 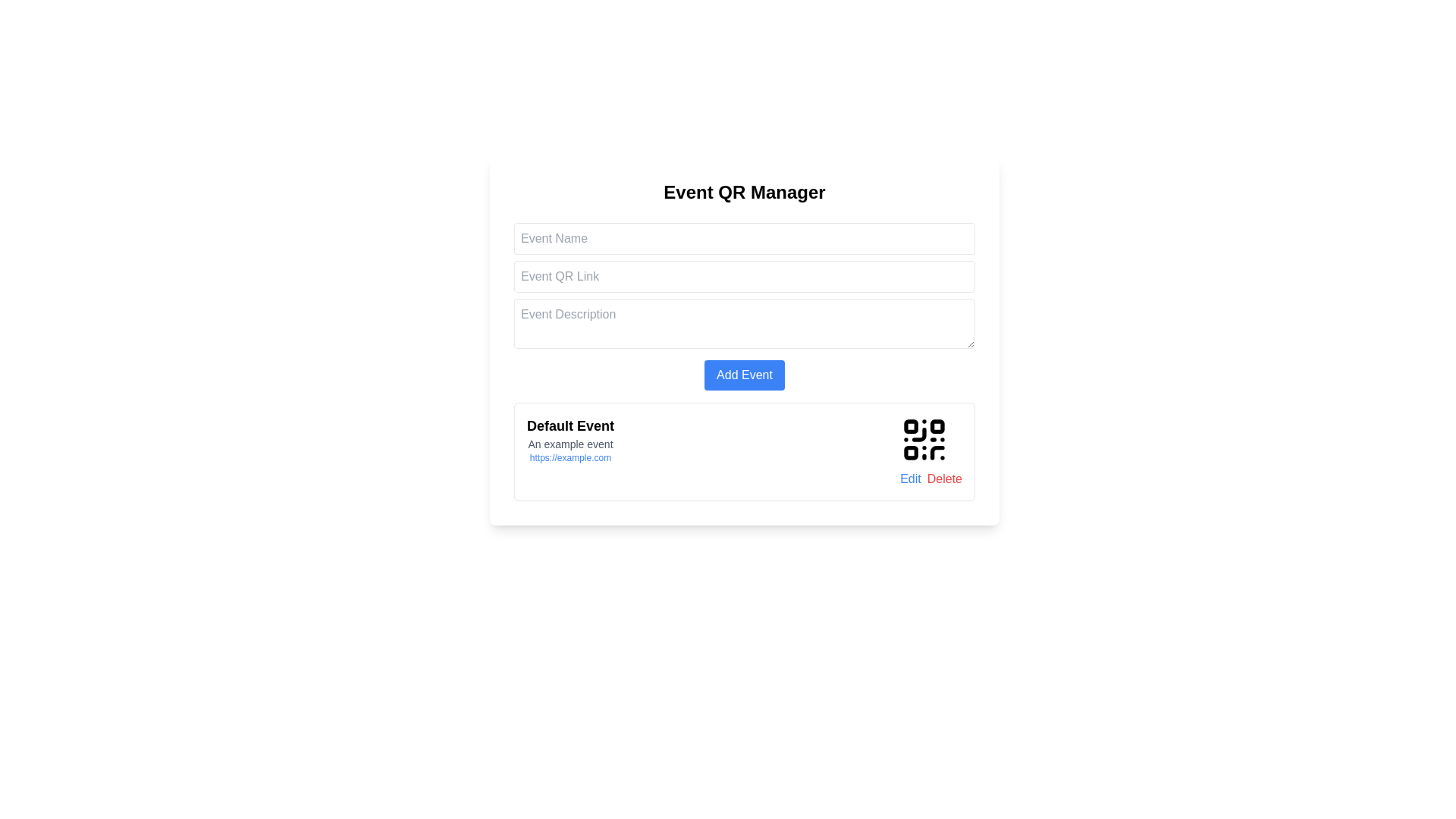 What do you see at coordinates (930, 479) in the screenshot?
I see `the 'Delete' button in the horizontal button group located in the bottom-right section of the event card` at bounding box center [930, 479].